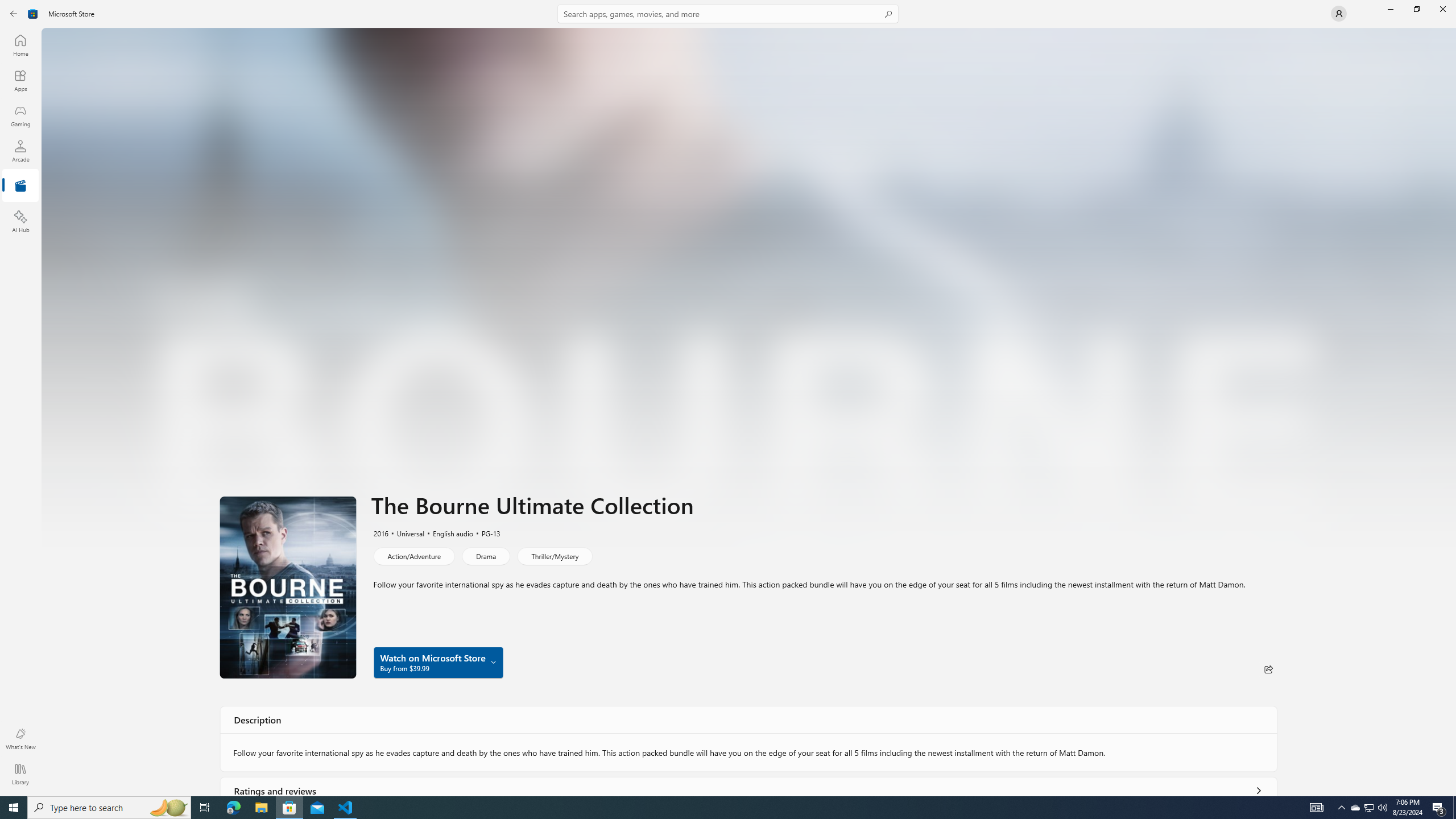 The height and width of the screenshot is (819, 1456). Describe the element at coordinates (1416, 9) in the screenshot. I see `'Restore Microsoft Store'` at that location.